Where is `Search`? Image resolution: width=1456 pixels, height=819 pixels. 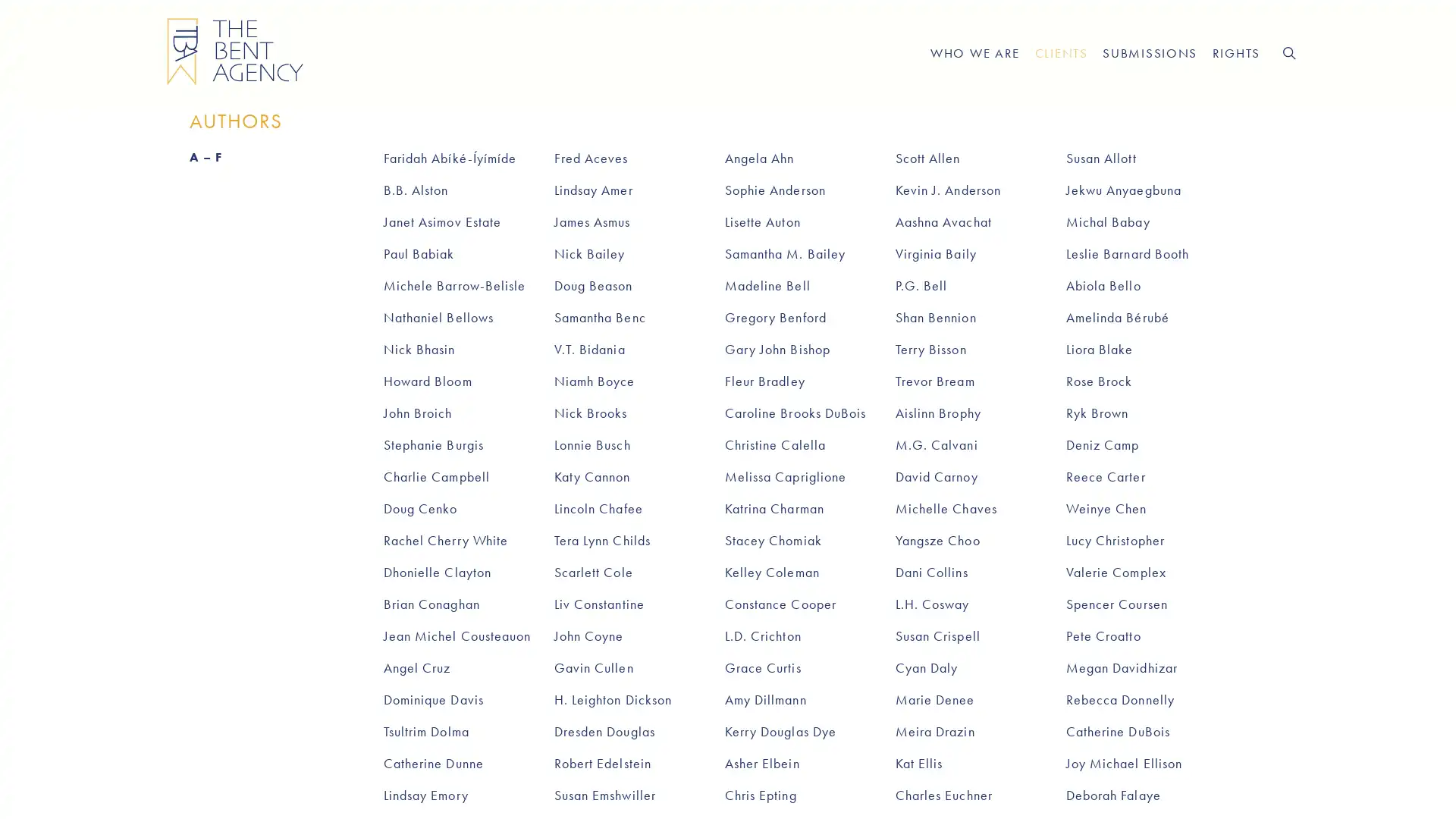
Search is located at coordinates (1288, 52).